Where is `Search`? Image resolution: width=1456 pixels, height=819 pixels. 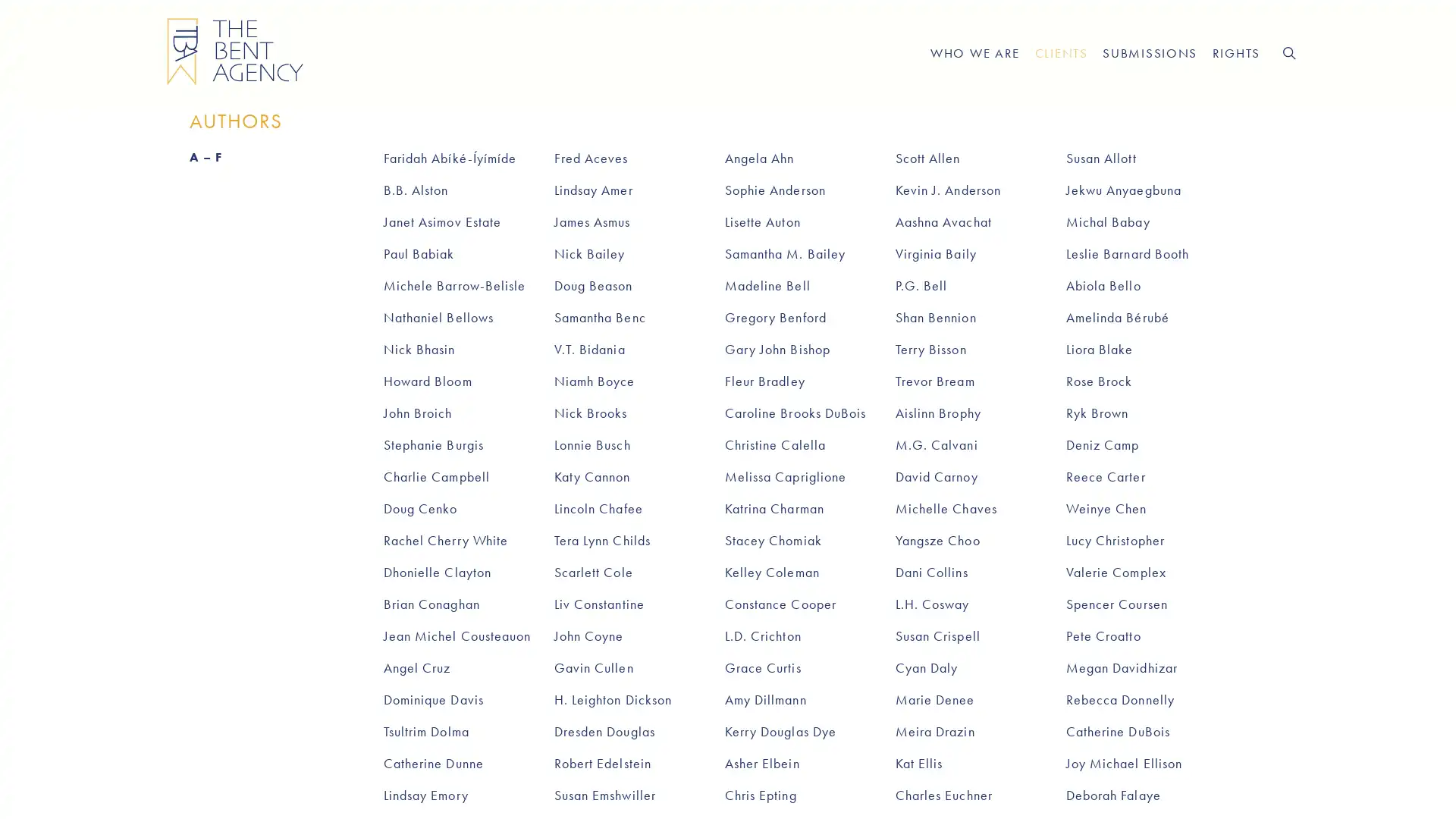
Search is located at coordinates (1288, 52).